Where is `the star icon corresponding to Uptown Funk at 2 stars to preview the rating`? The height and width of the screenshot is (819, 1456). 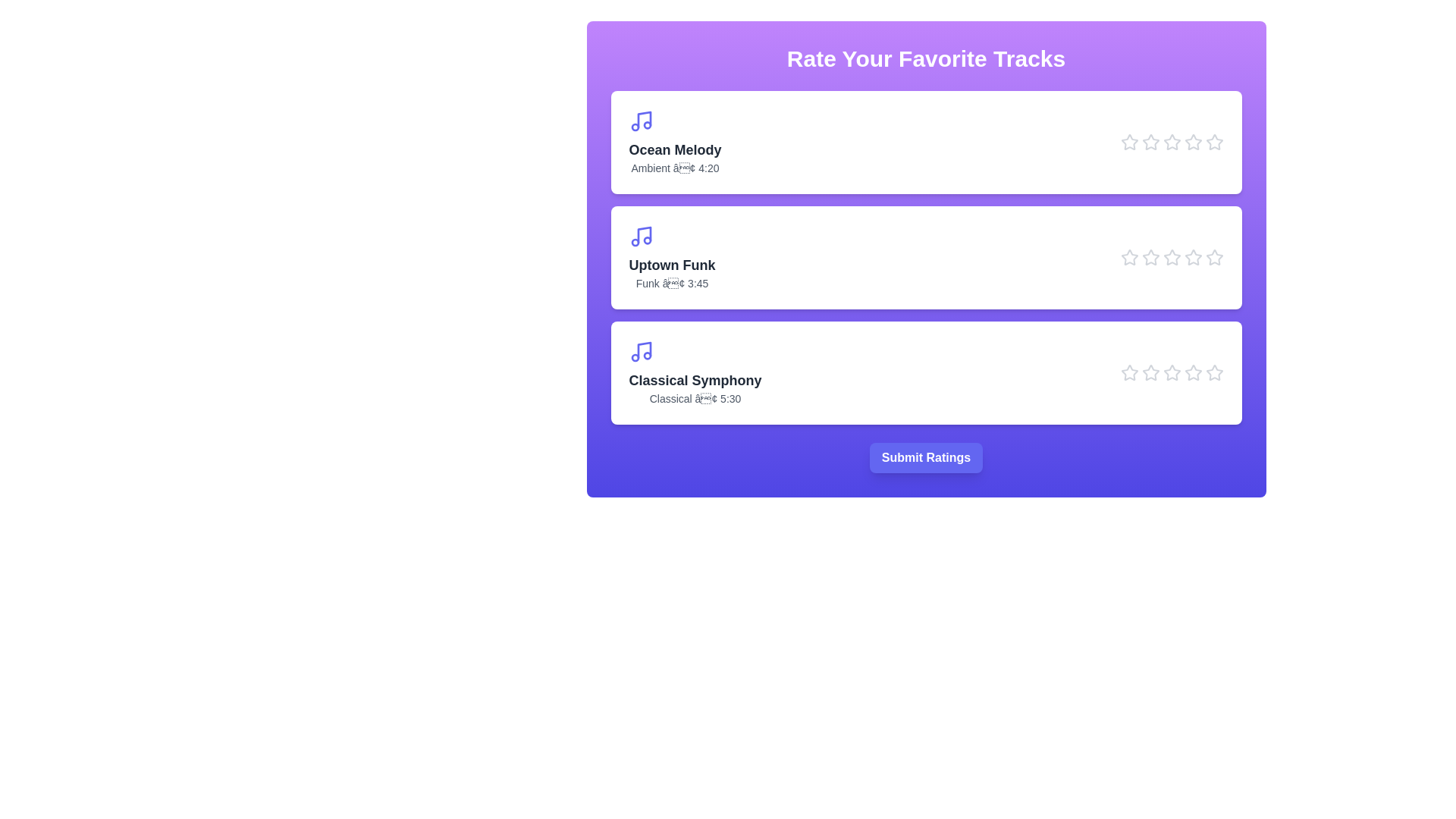
the star icon corresponding to Uptown Funk at 2 stars to preview the rating is located at coordinates (1150, 256).